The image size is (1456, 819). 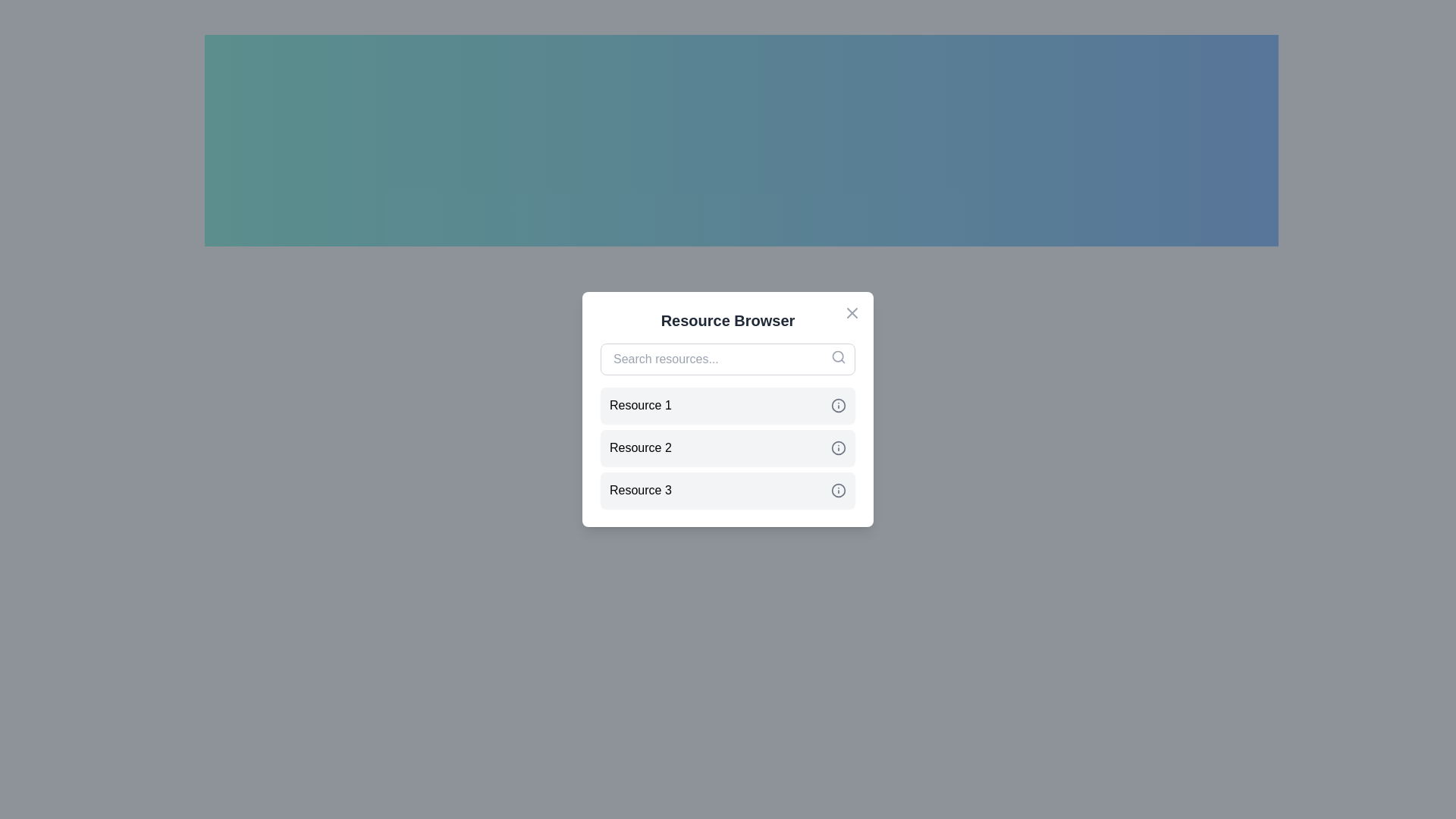 What do you see at coordinates (852, 312) in the screenshot?
I see `the close icon located in the top-right corner of the 'Resource Browser' modal` at bounding box center [852, 312].